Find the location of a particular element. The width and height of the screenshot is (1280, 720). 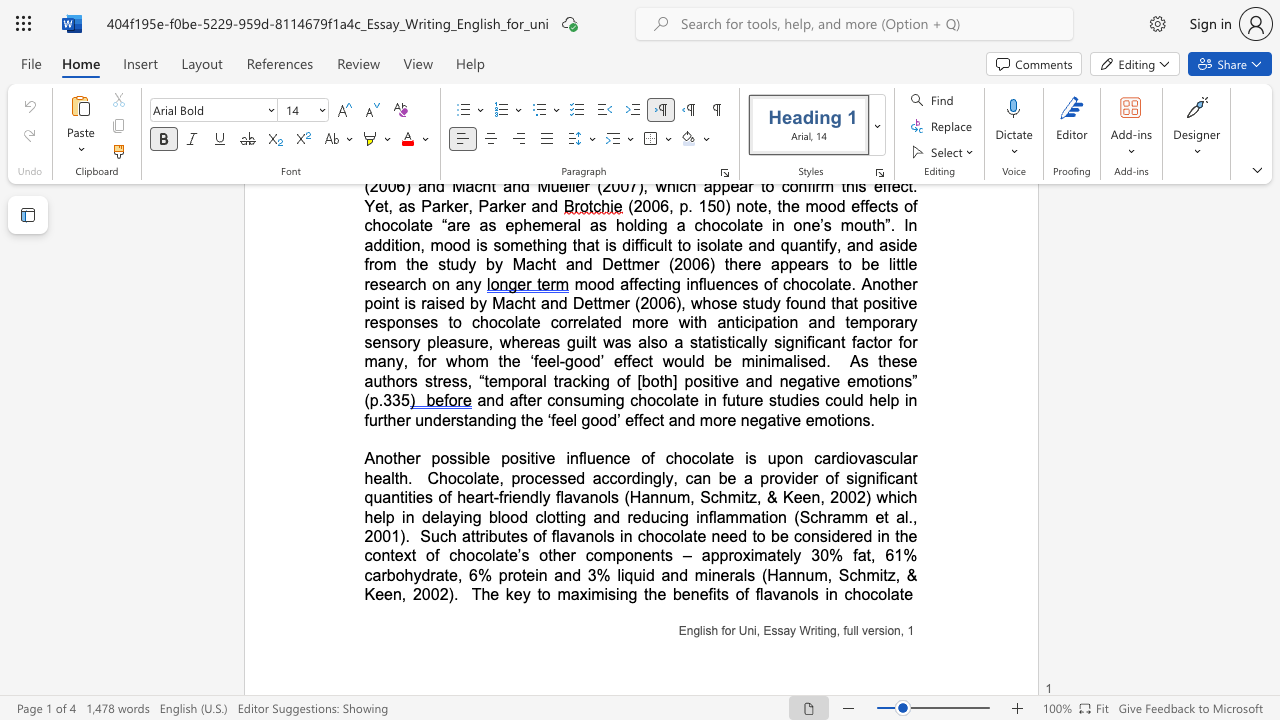

the subset text ", 2002) which help in delaying blood clotti" within the text "Chocolate, processed accordingly, can be a provider of significant quantities of heart-friendly flavanols (Hannum, Schmitz, & Keen, 2002) which help in delaying blood clotting and reducing inflammation (Schramm et al., 2001)" is located at coordinates (820, 496).